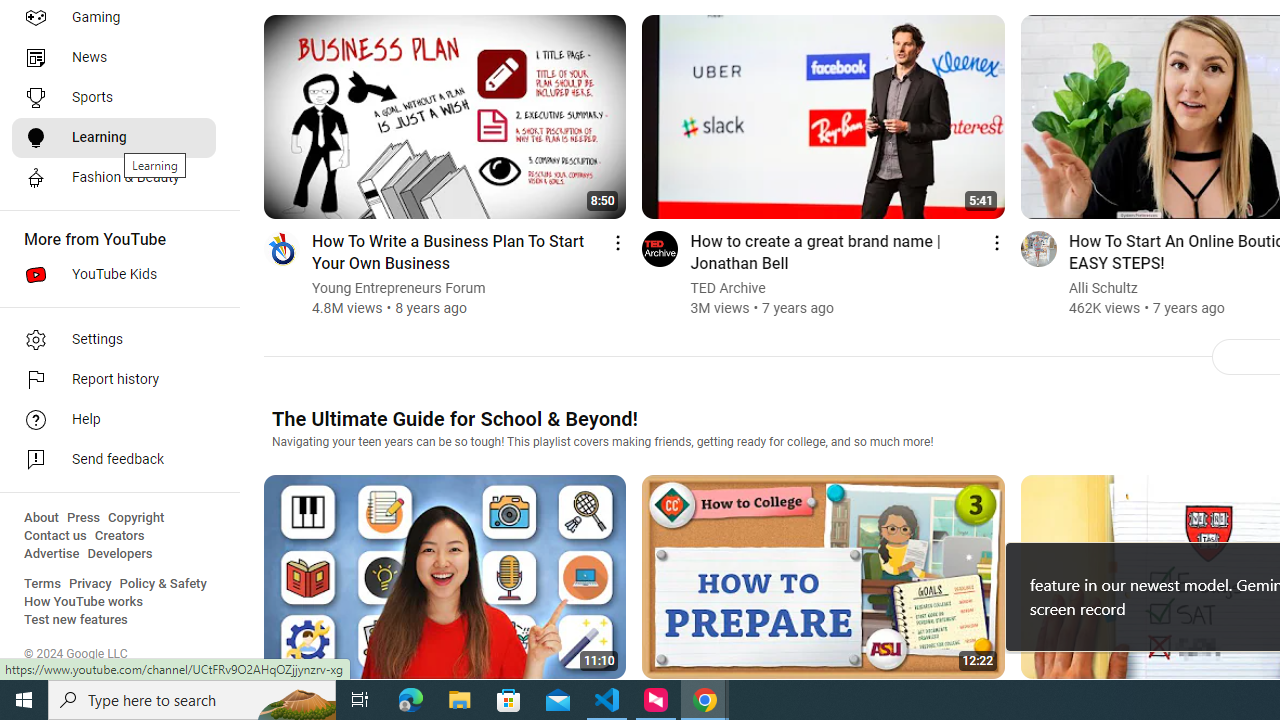 Image resolution: width=1280 pixels, height=720 pixels. What do you see at coordinates (112, 380) in the screenshot?
I see `'Report history'` at bounding box center [112, 380].